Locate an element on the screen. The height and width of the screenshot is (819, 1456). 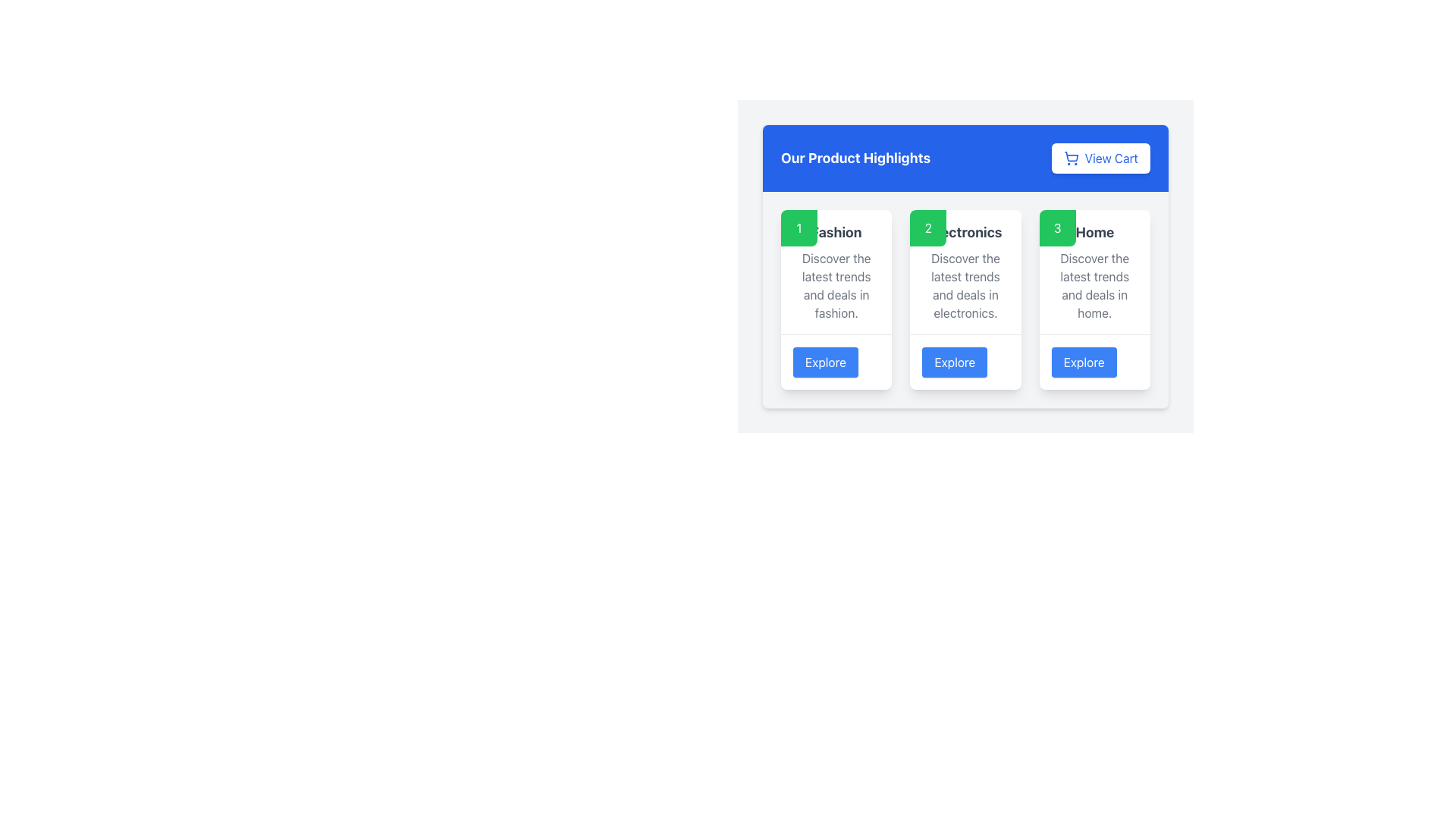
the button located at the bottom of the first card in a grid of three cards is located at coordinates (836, 362).